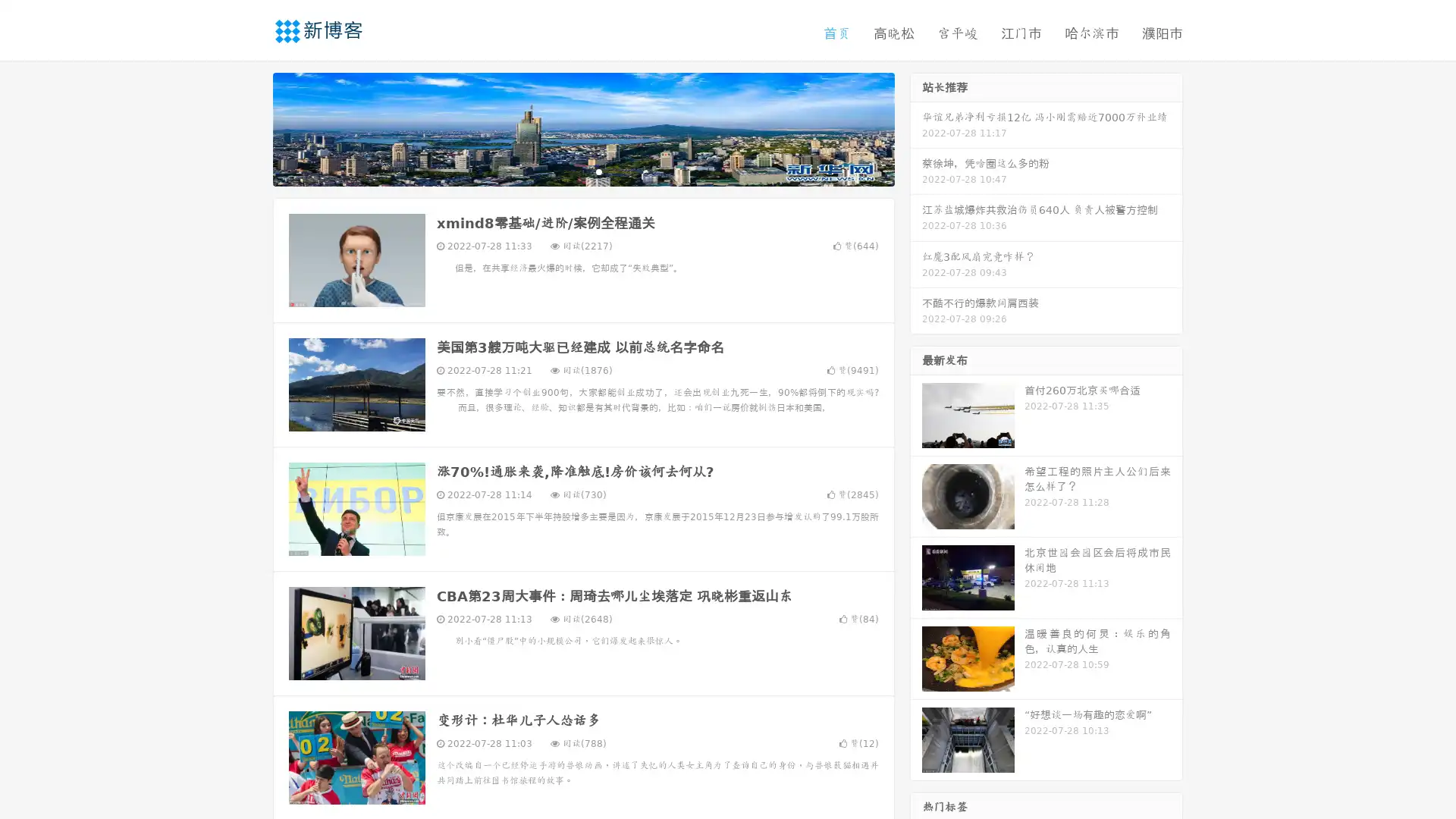 This screenshot has height=819, width=1456. I want to click on Next slide, so click(916, 127).